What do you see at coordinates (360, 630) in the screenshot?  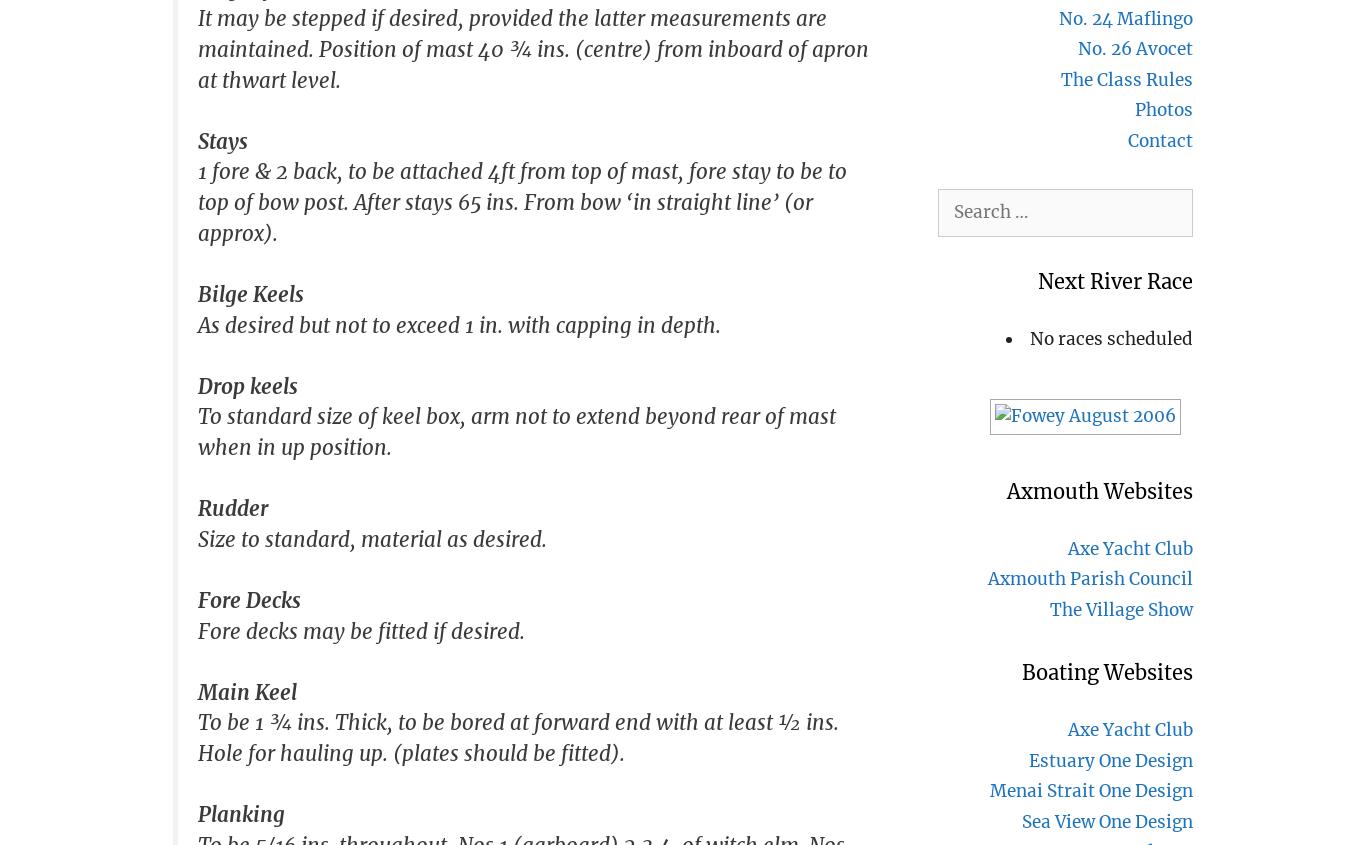 I see `'Fore decks may be fitted if desired.'` at bounding box center [360, 630].